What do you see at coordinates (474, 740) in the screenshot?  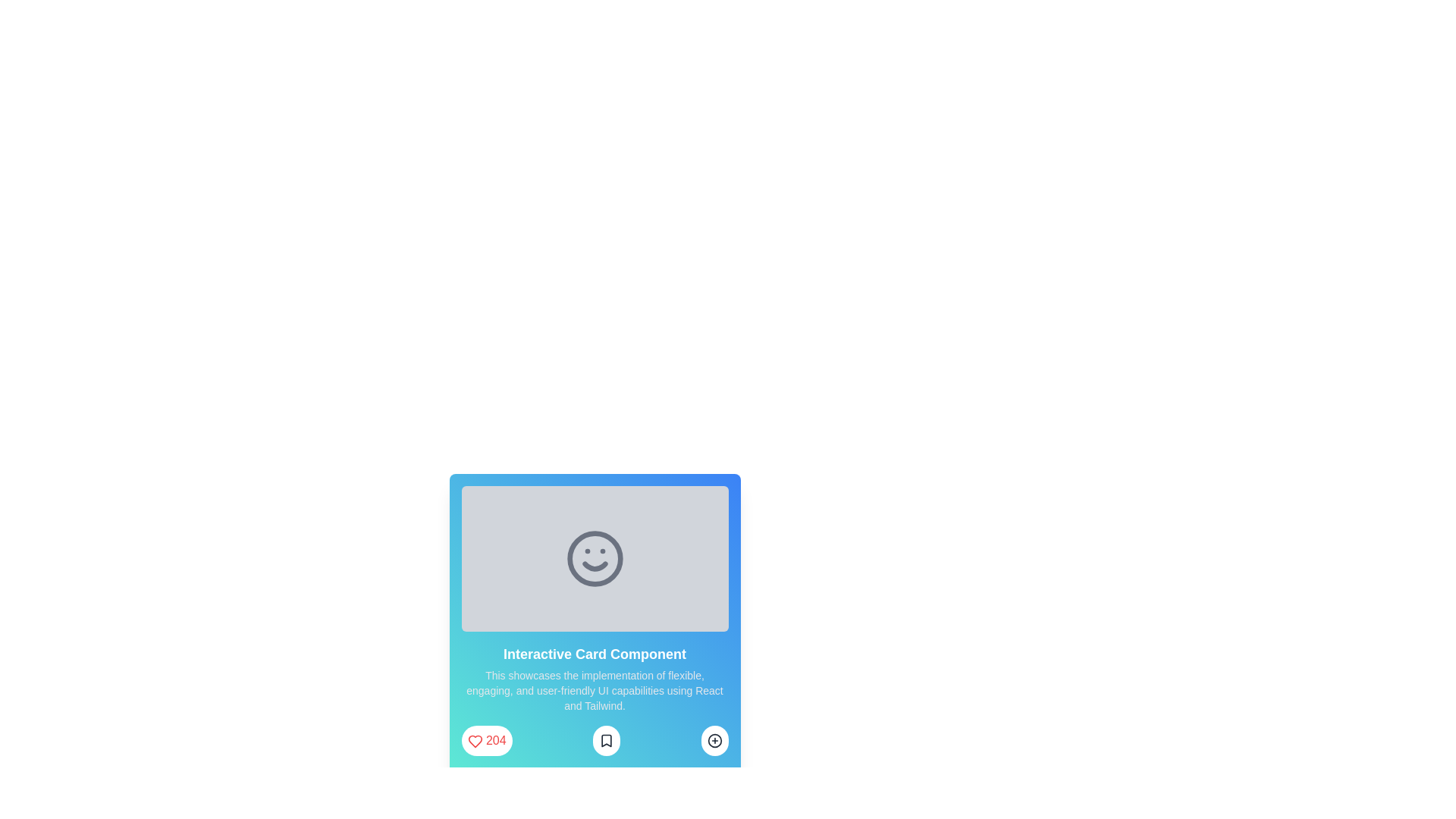 I see `the heart-shaped icon with a hollow, outlined design located in the bottom-left area of the interactive card UI component` at bounding box center [474, 740].